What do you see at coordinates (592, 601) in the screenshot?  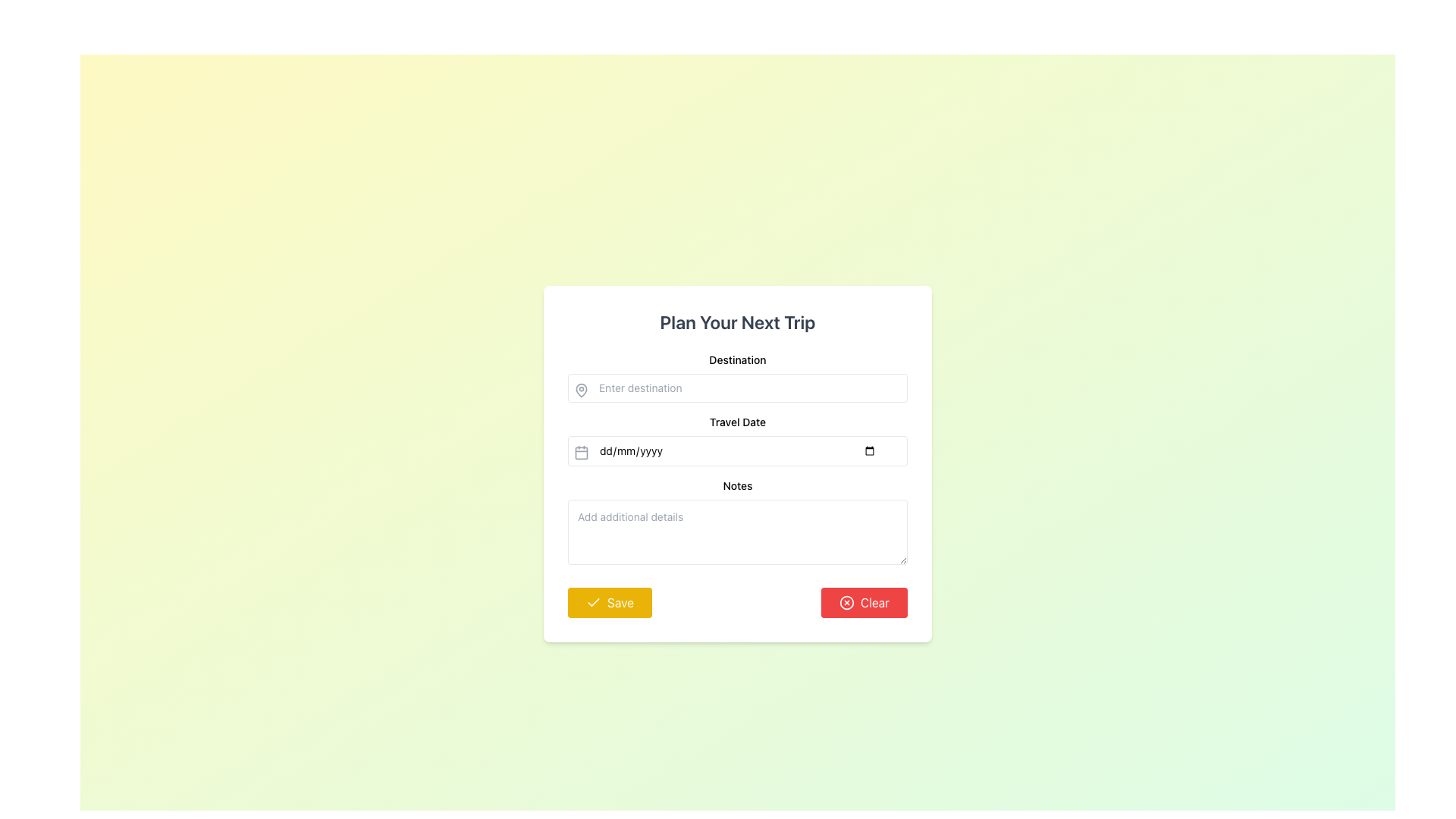 I see `the small checkmark icon located within the yellow 'Save' button, which is positioned in the bottom-left corner of the form section` at bounding box center [592, 601].